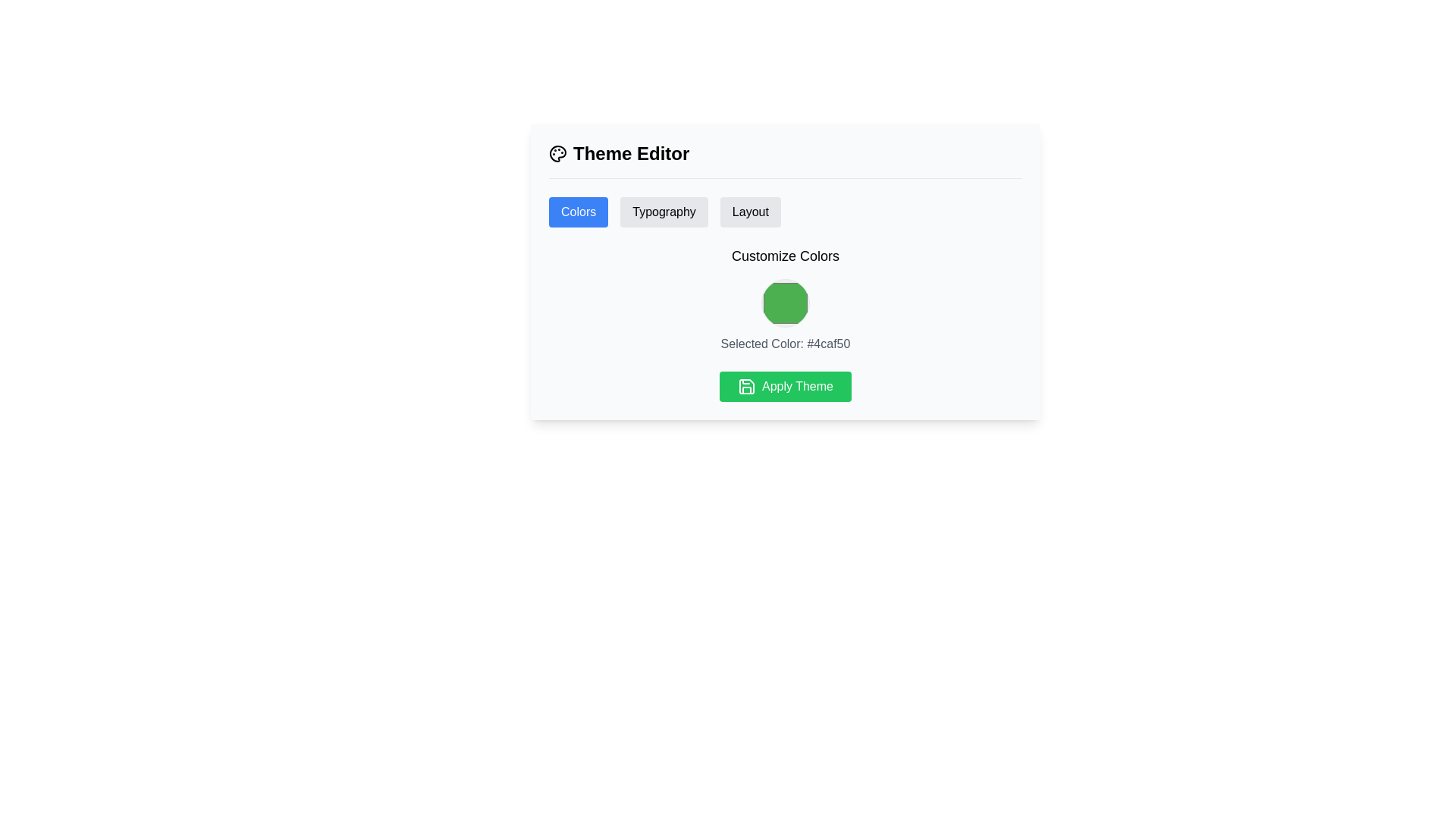 The height and width of the screenshot is (819, 1456). What do you see at coordinates (557, 154) in the screenshot?
I see `the painter's palette icon located to the left of the 'Theme Editor' text in the header area` at bounding box center [557, 154].